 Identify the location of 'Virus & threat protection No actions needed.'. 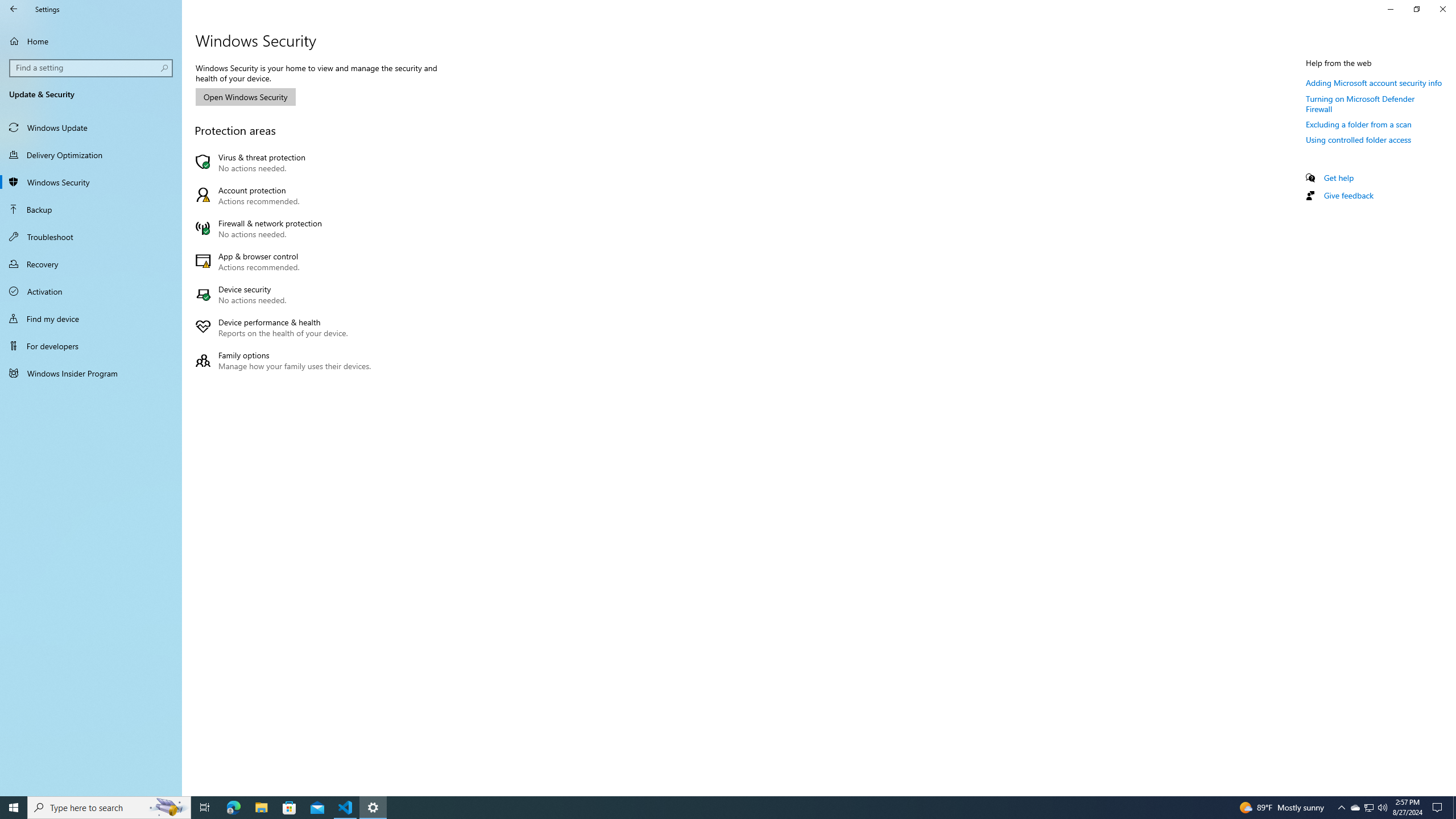
(286, 162).